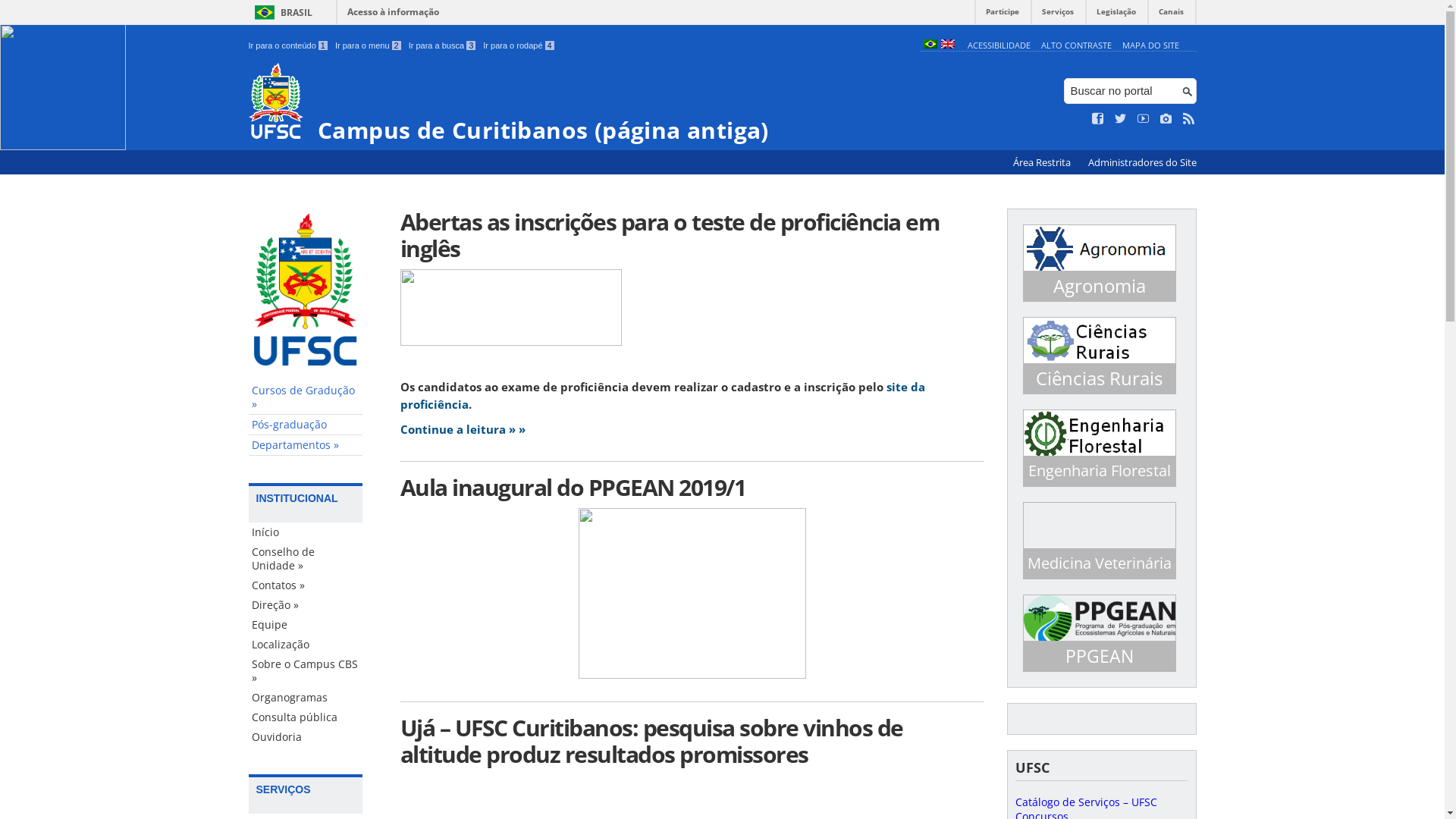 This screenshot has height=819, width=1456. What do you see at coordinates (281, 12) in the screenshot?
I see `'BRASIL'` at bounding box center [281, 12].